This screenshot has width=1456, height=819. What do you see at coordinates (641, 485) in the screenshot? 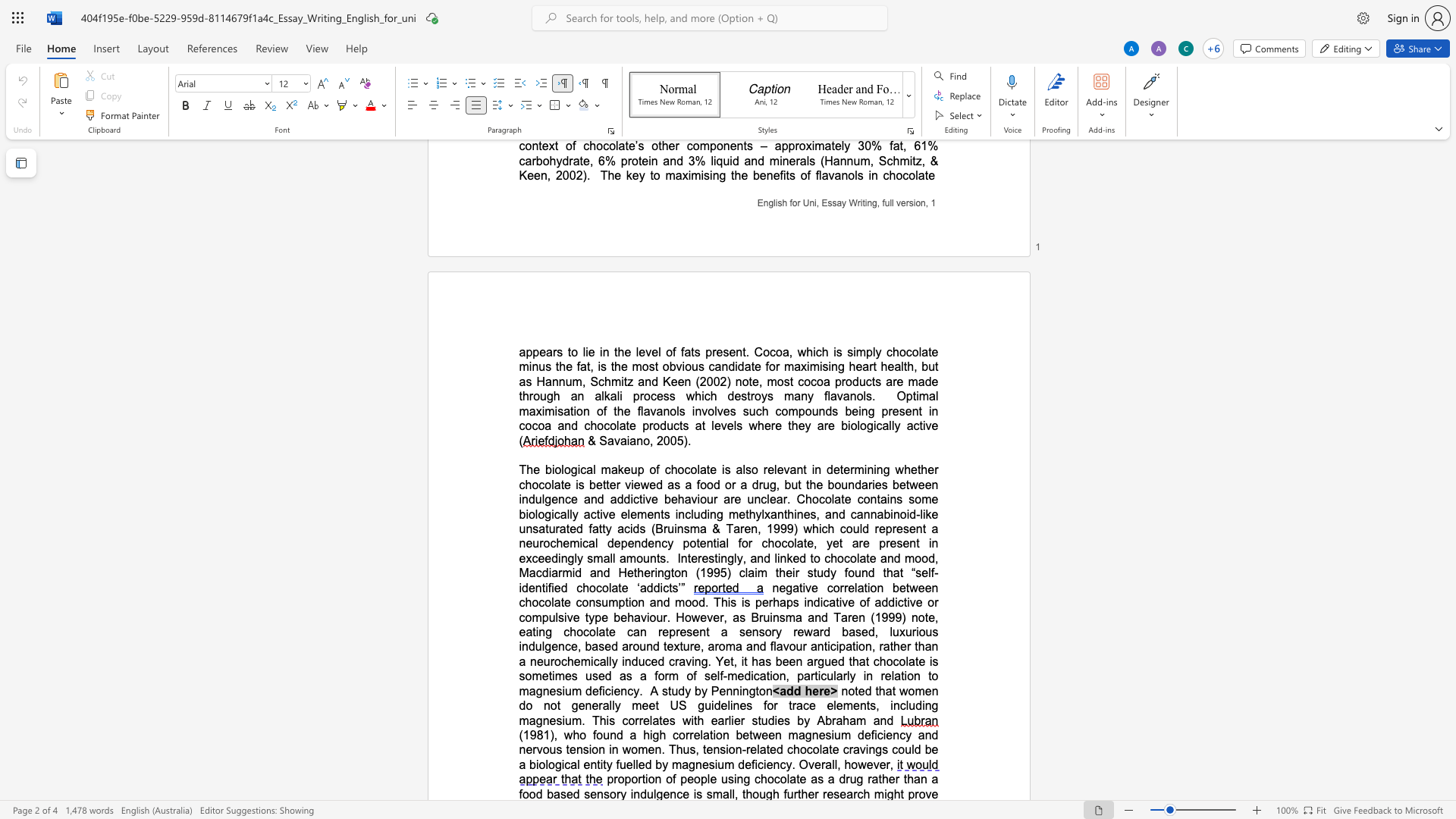
I see `the space between the continuous character "e" and "w" in the text` at bounding box center [641, 485].